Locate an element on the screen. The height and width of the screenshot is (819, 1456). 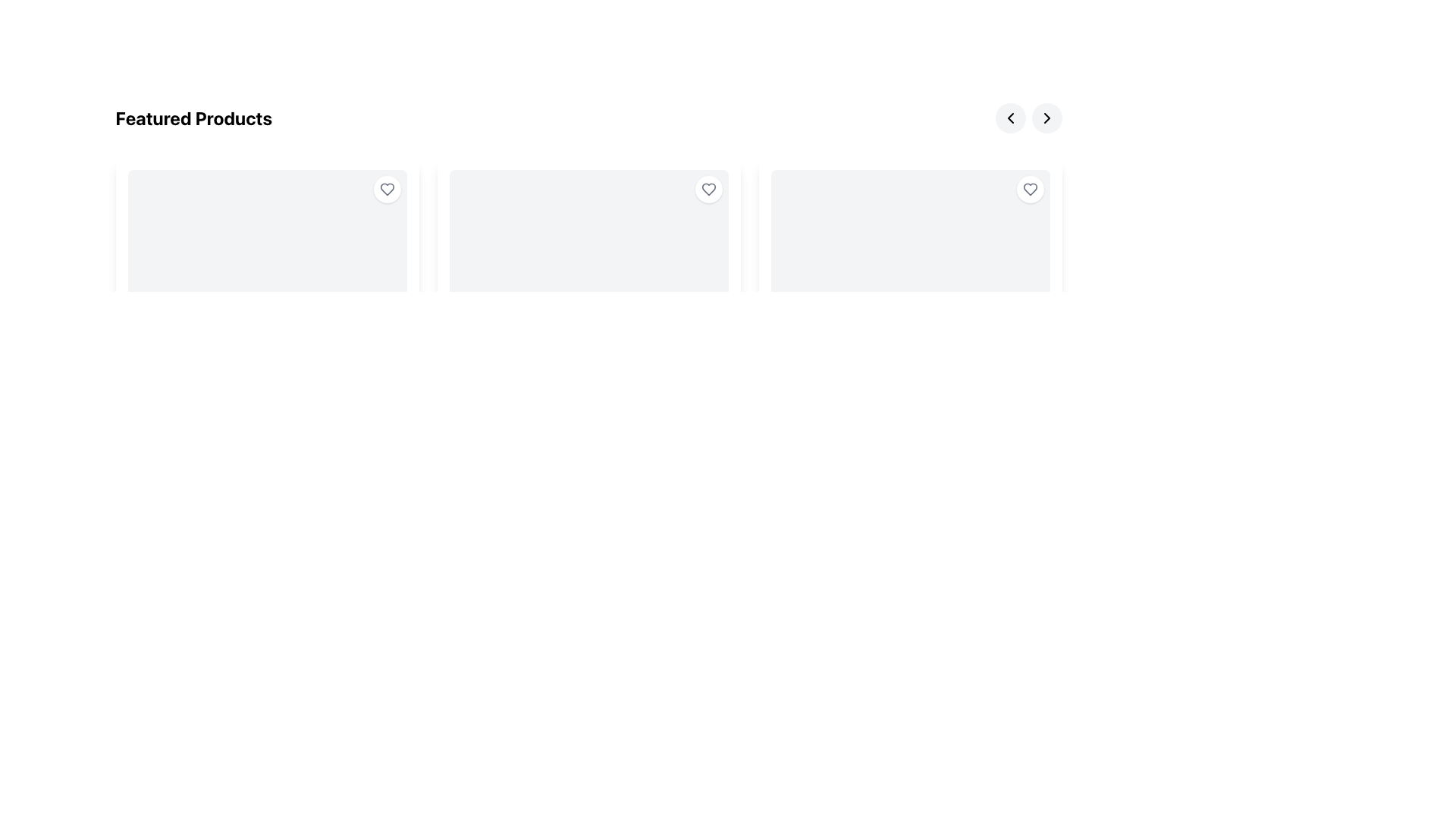
the interactive heart button located at the top-right corner of the second card in a horizontally aligned list is located at coordinates (708, 189).